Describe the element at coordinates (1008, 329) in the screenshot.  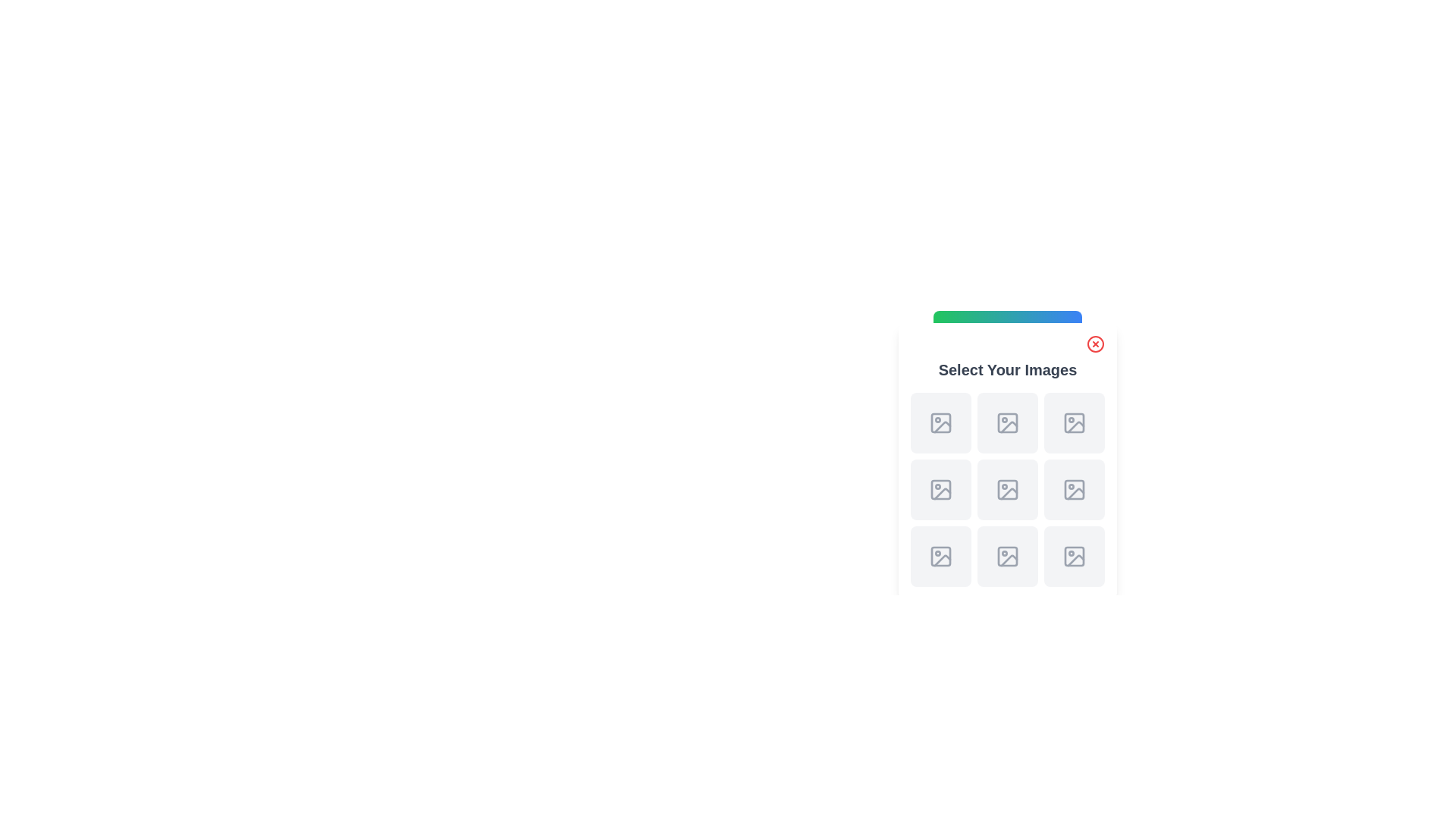
I see `the gradient decorative header bar located at the top of the modal, which spans horizontally above the grid of image placeholders` at that location.